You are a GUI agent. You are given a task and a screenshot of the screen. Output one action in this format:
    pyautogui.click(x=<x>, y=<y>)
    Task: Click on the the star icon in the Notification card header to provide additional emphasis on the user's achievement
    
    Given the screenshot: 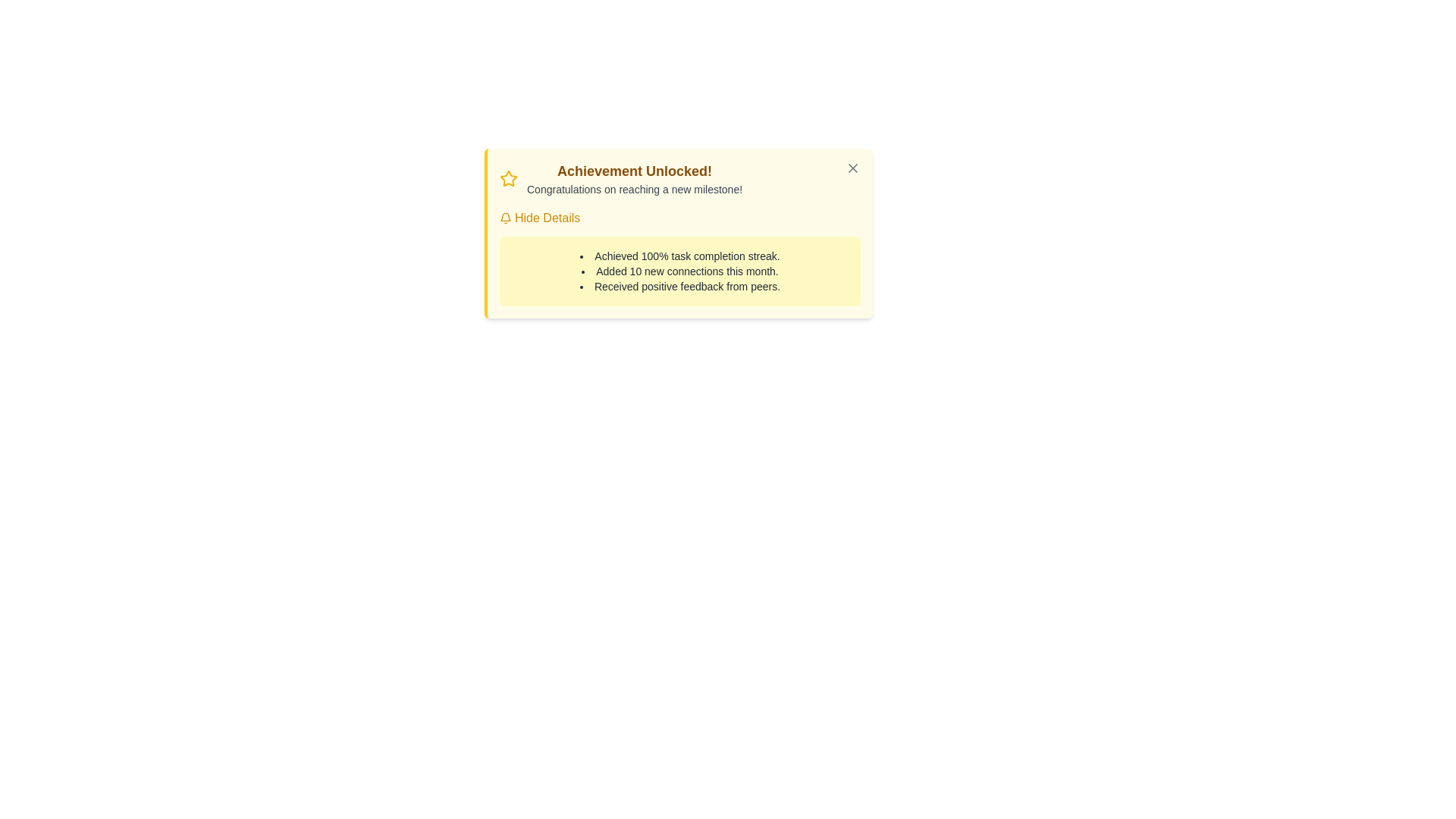 What is the action you would take?
    pyautogui.click(x=679, y=177)
    